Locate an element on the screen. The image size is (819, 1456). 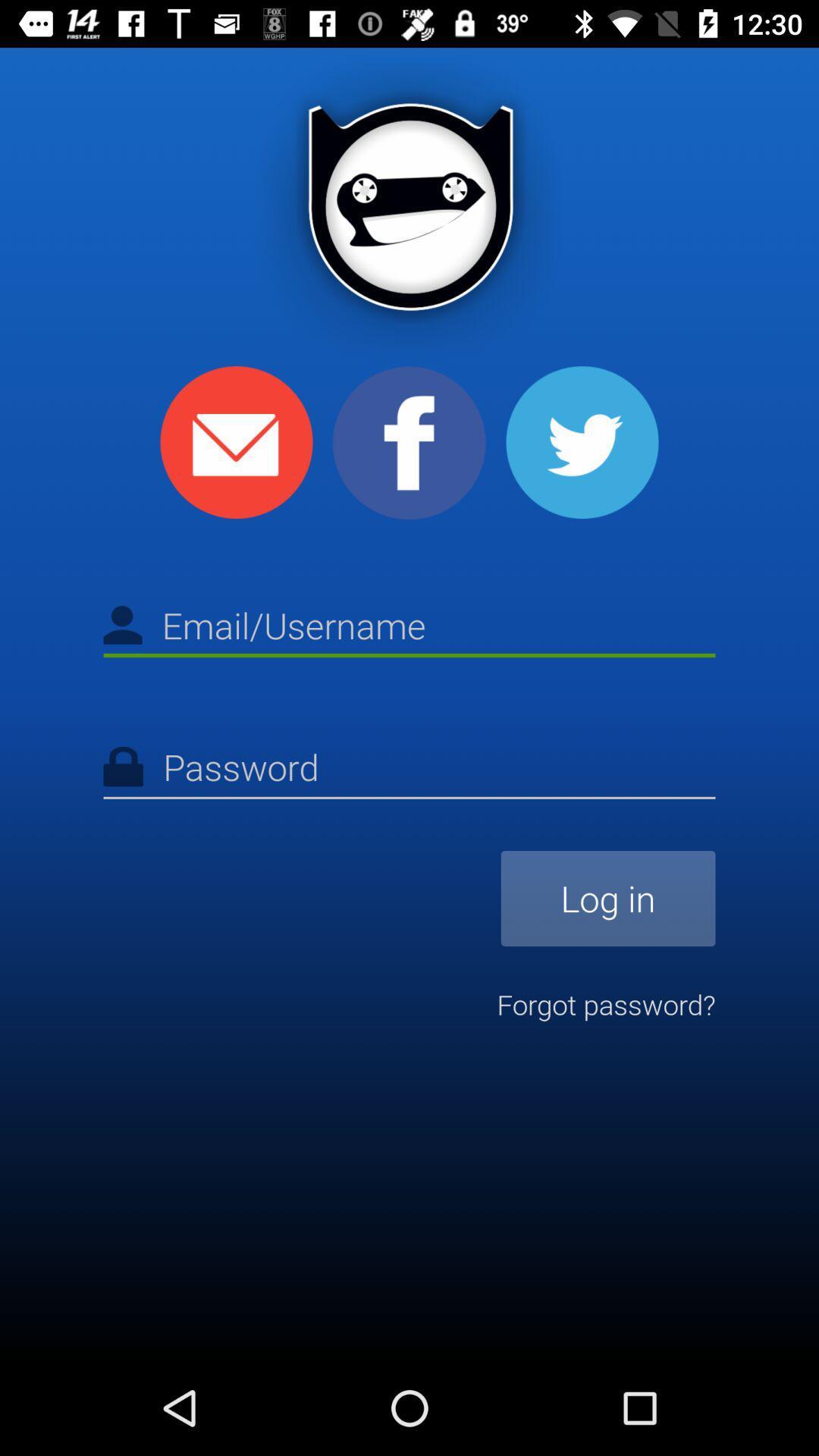
the facebook icon is located at coordinates (409, 442).